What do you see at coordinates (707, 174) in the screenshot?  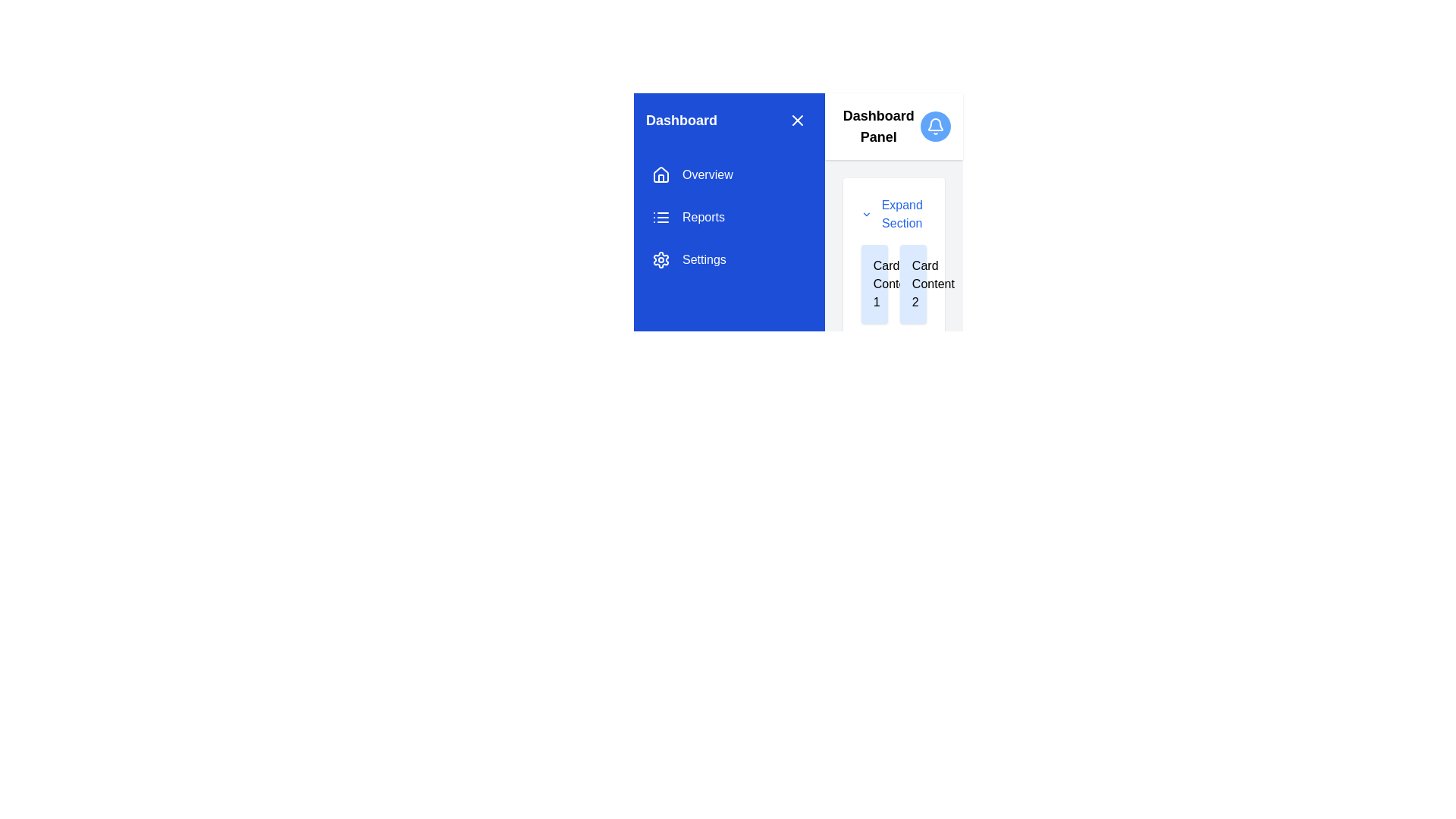 I see `the 'Overview' text label in the navigation menu` at bounding box center [707, 174].